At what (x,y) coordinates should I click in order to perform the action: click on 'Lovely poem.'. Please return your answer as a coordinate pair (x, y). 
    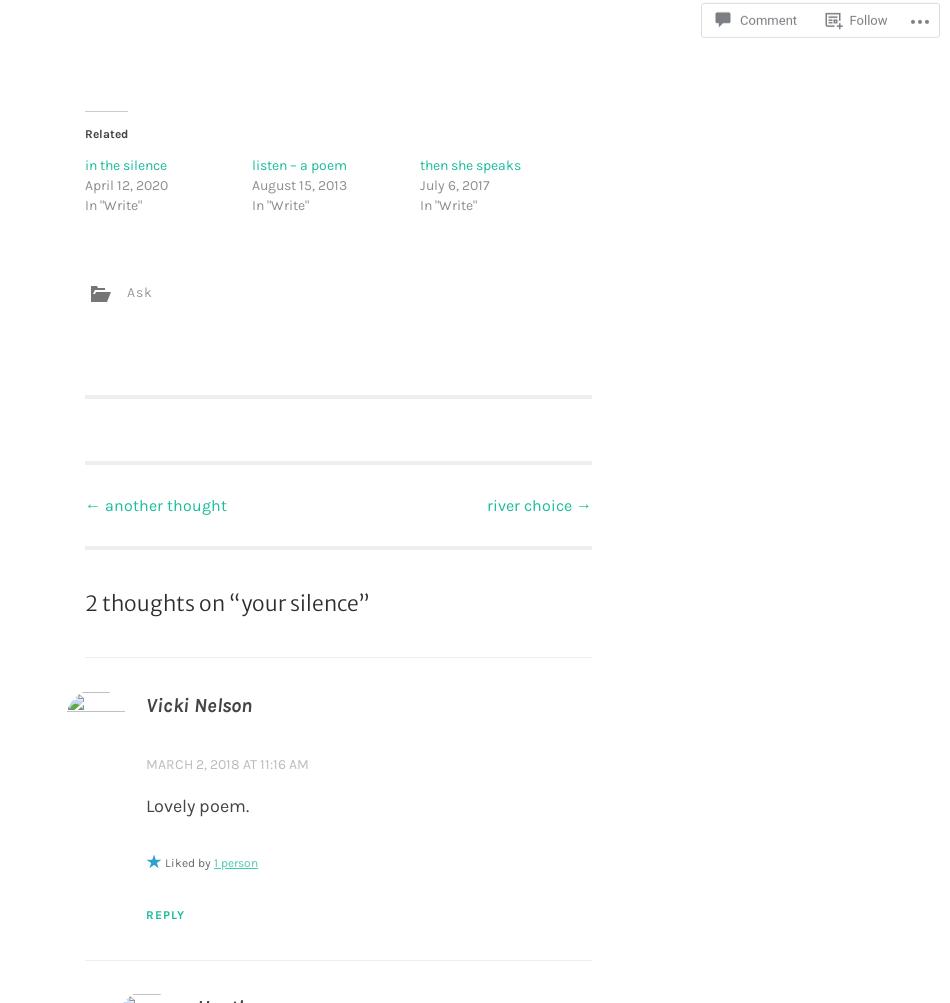
    Looking at the image, I should click on (197, 805).